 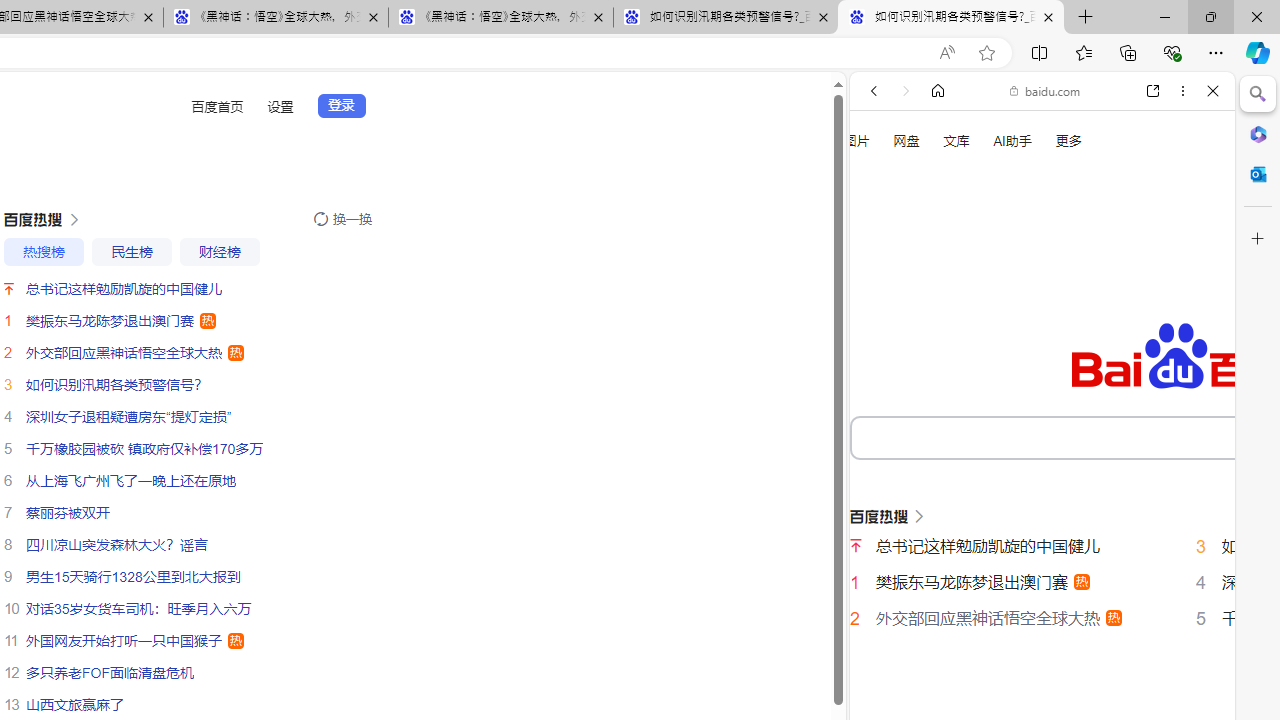 I want to click on 'Web scope', so click(x=881, y=180).